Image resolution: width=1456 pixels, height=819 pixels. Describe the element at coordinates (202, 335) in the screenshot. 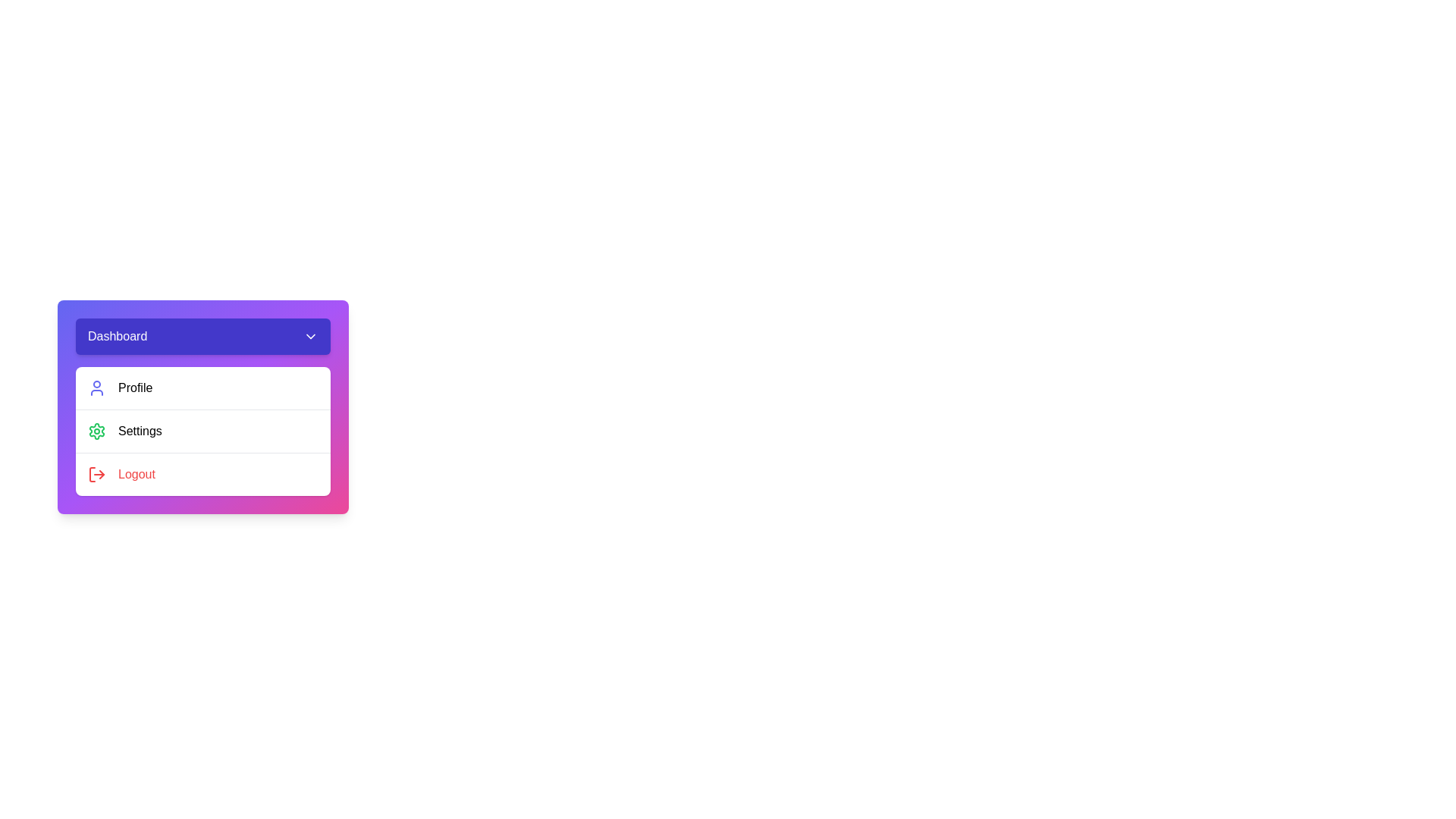

I see `the 'Dashboard' button to toggle the menu visibility` at that location.